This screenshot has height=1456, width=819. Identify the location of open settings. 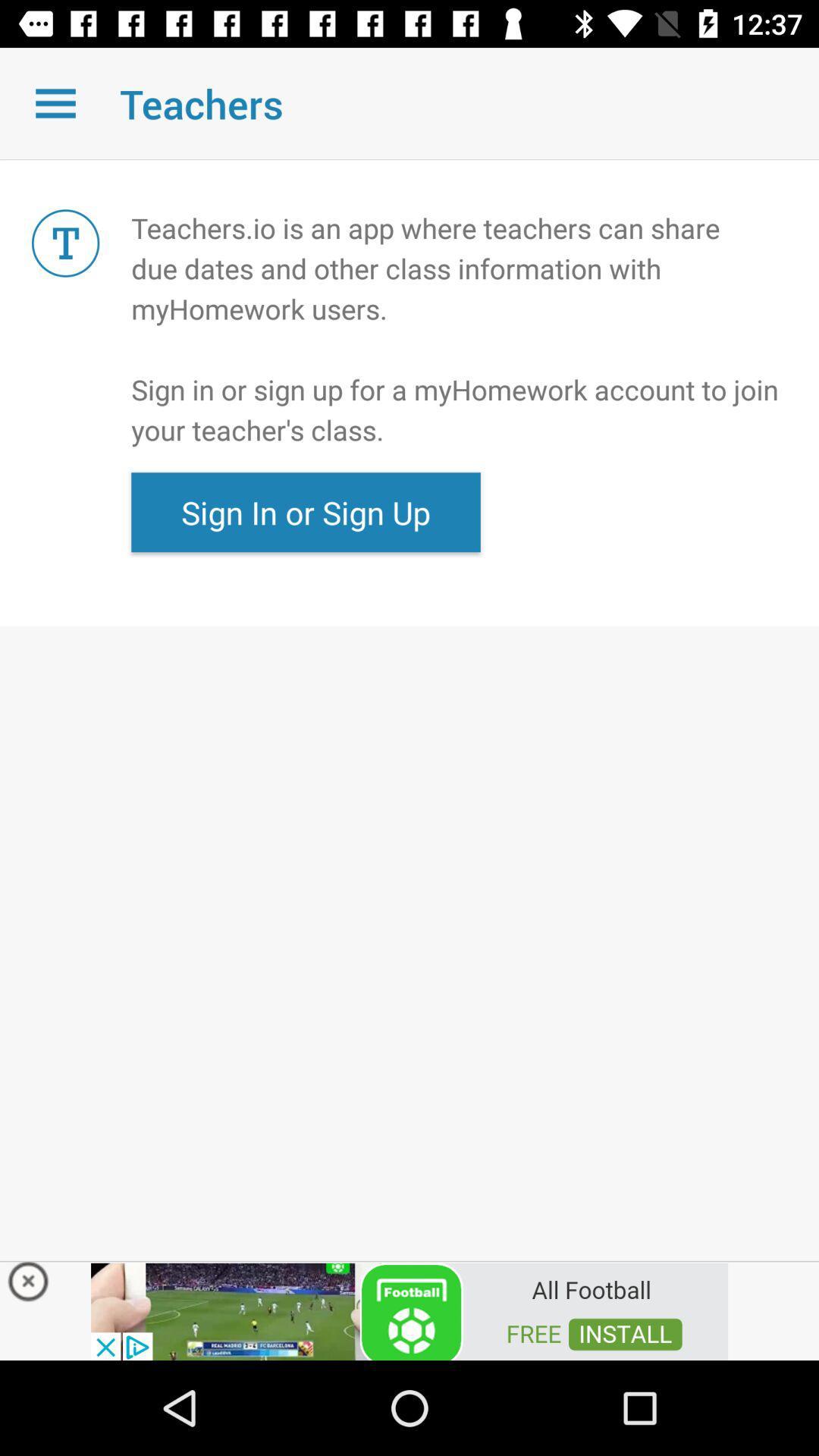
(55, 102).